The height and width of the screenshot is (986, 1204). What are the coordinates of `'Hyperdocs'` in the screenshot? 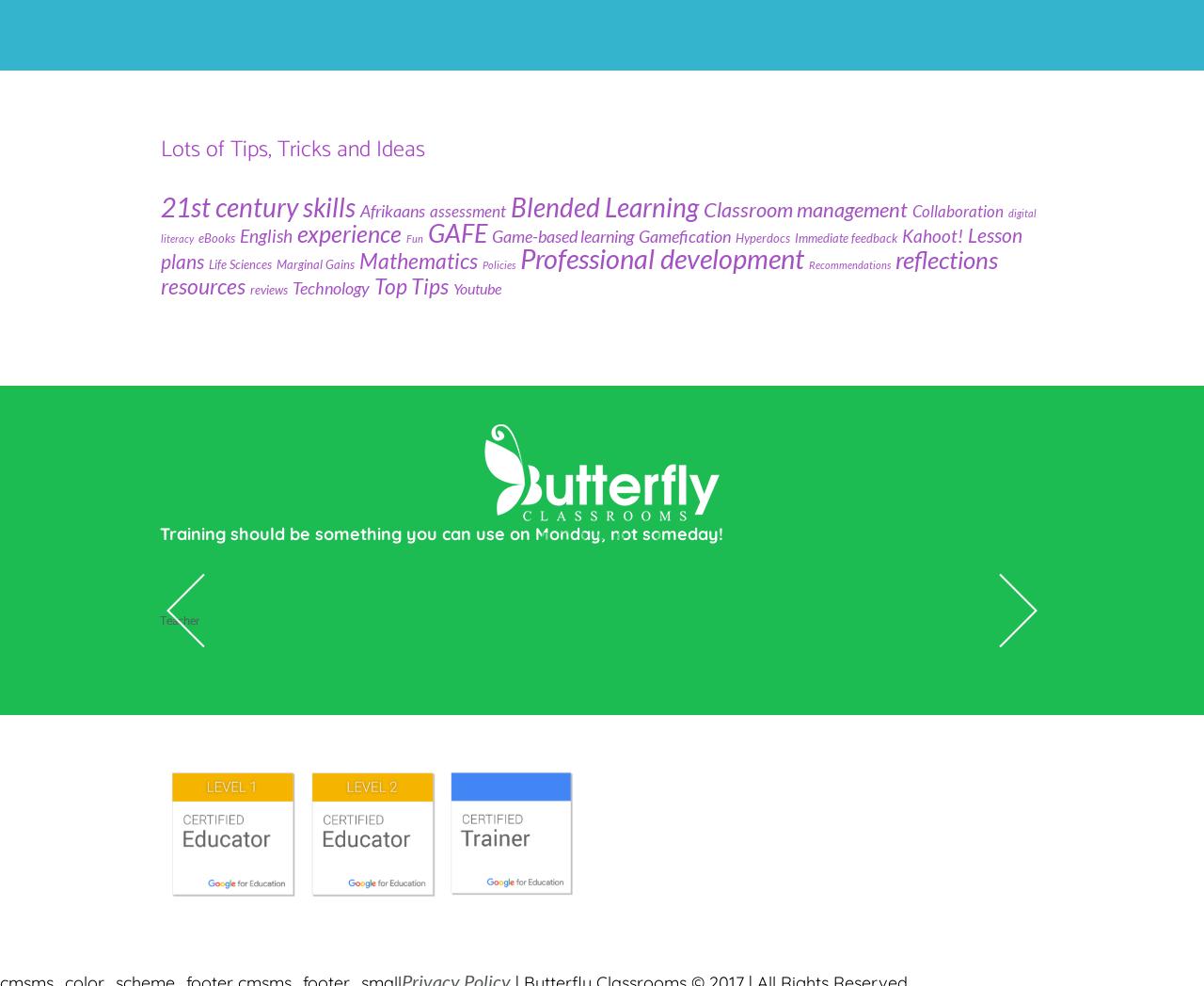 It's located at (761, 237).